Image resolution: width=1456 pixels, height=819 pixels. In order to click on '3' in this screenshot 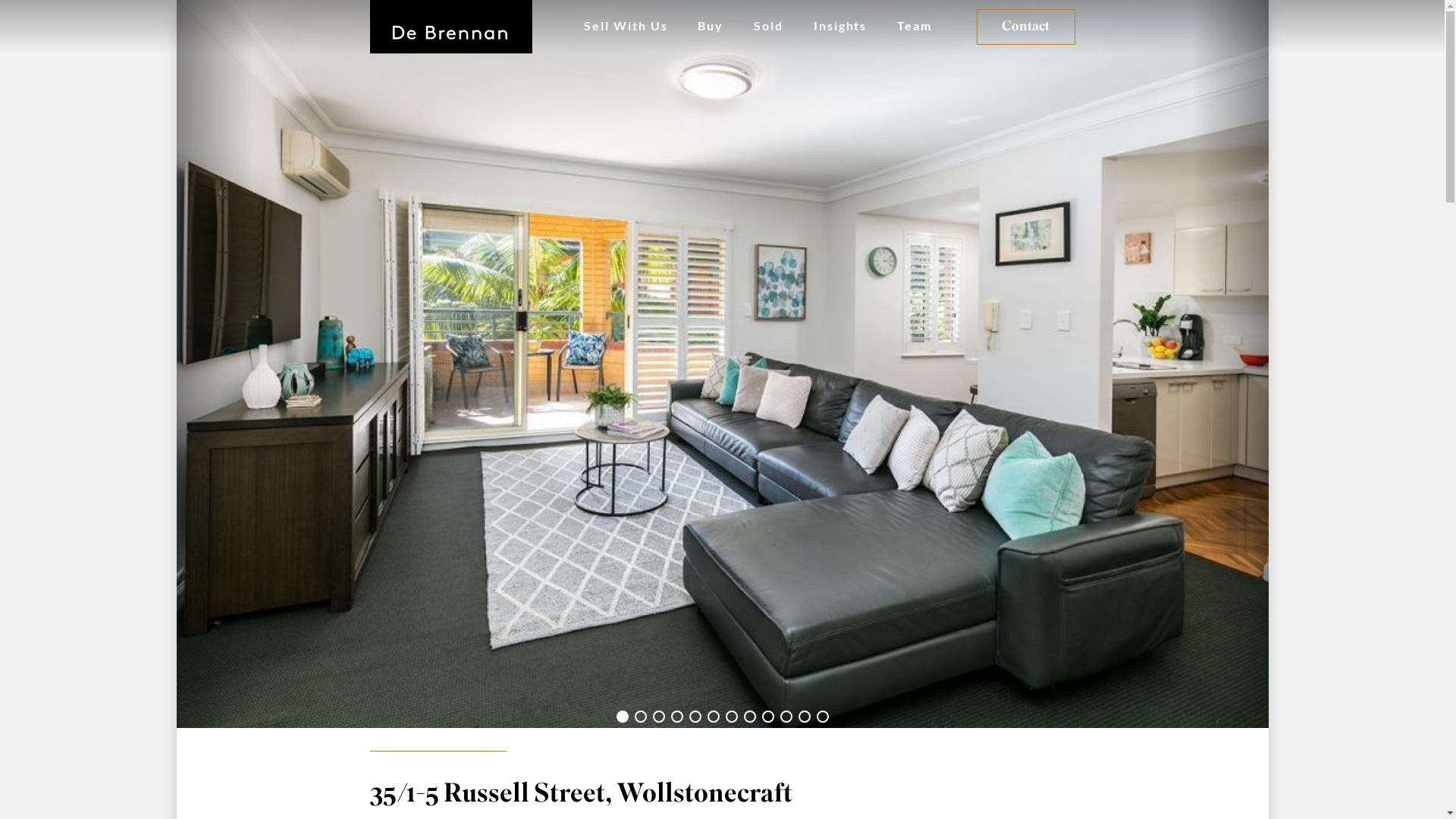, I will do `click(651, 717)`.